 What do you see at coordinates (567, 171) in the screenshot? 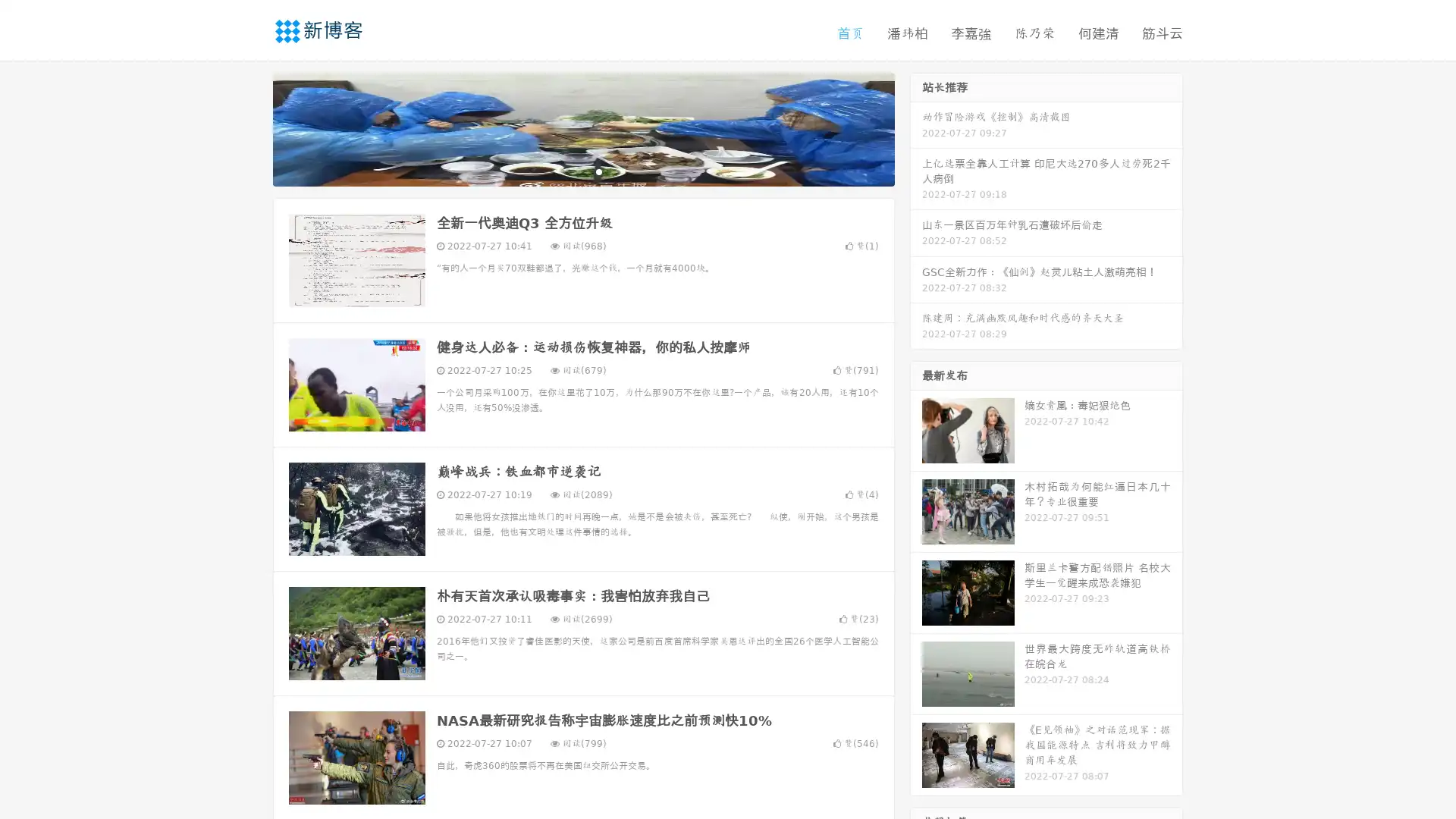
I see `Go to slide 1` at bounding box center [567, 171].